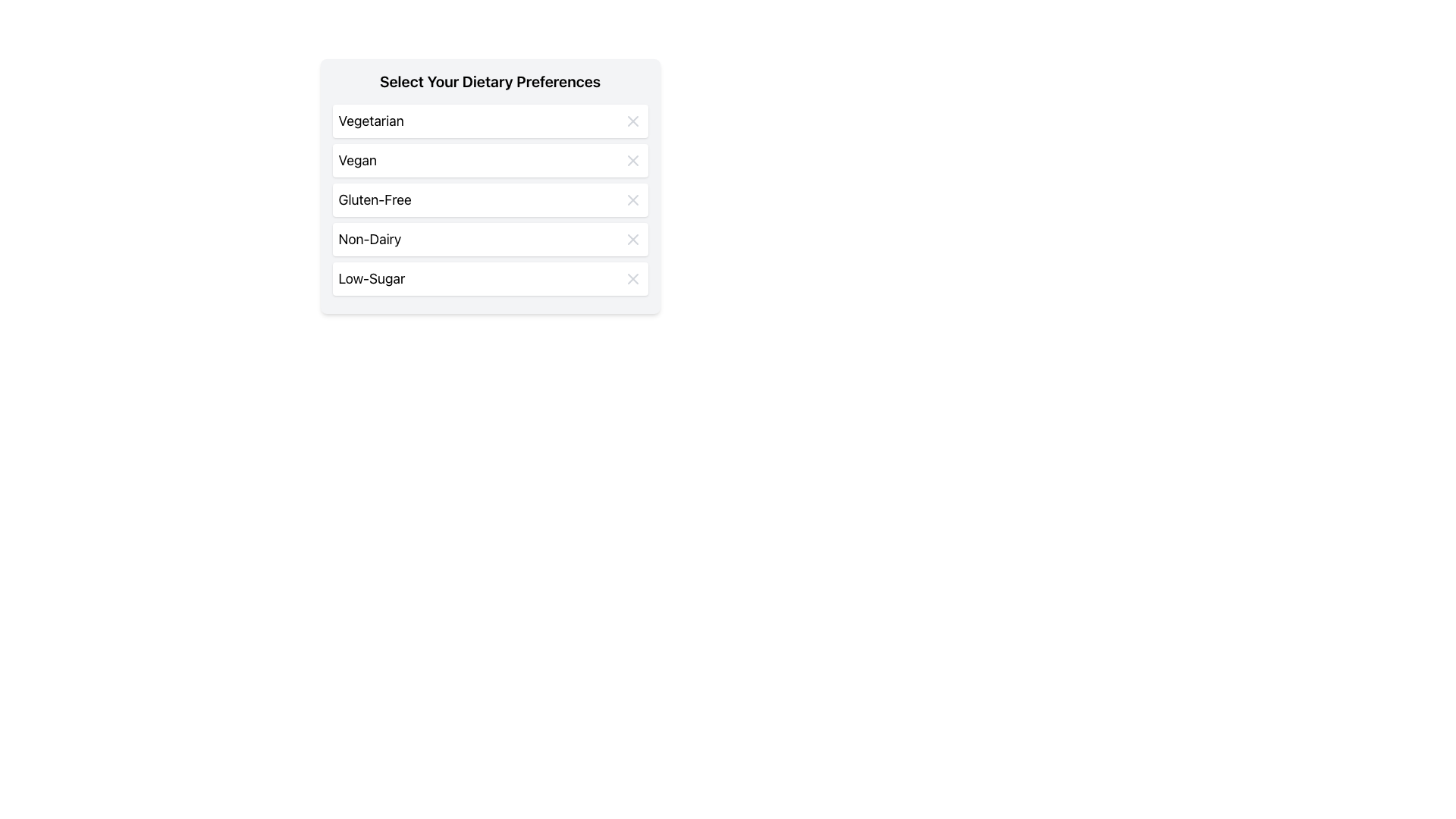  I want to click on the button located to the right of the 'Vegan' dietary preference entry, so click(632, 161).